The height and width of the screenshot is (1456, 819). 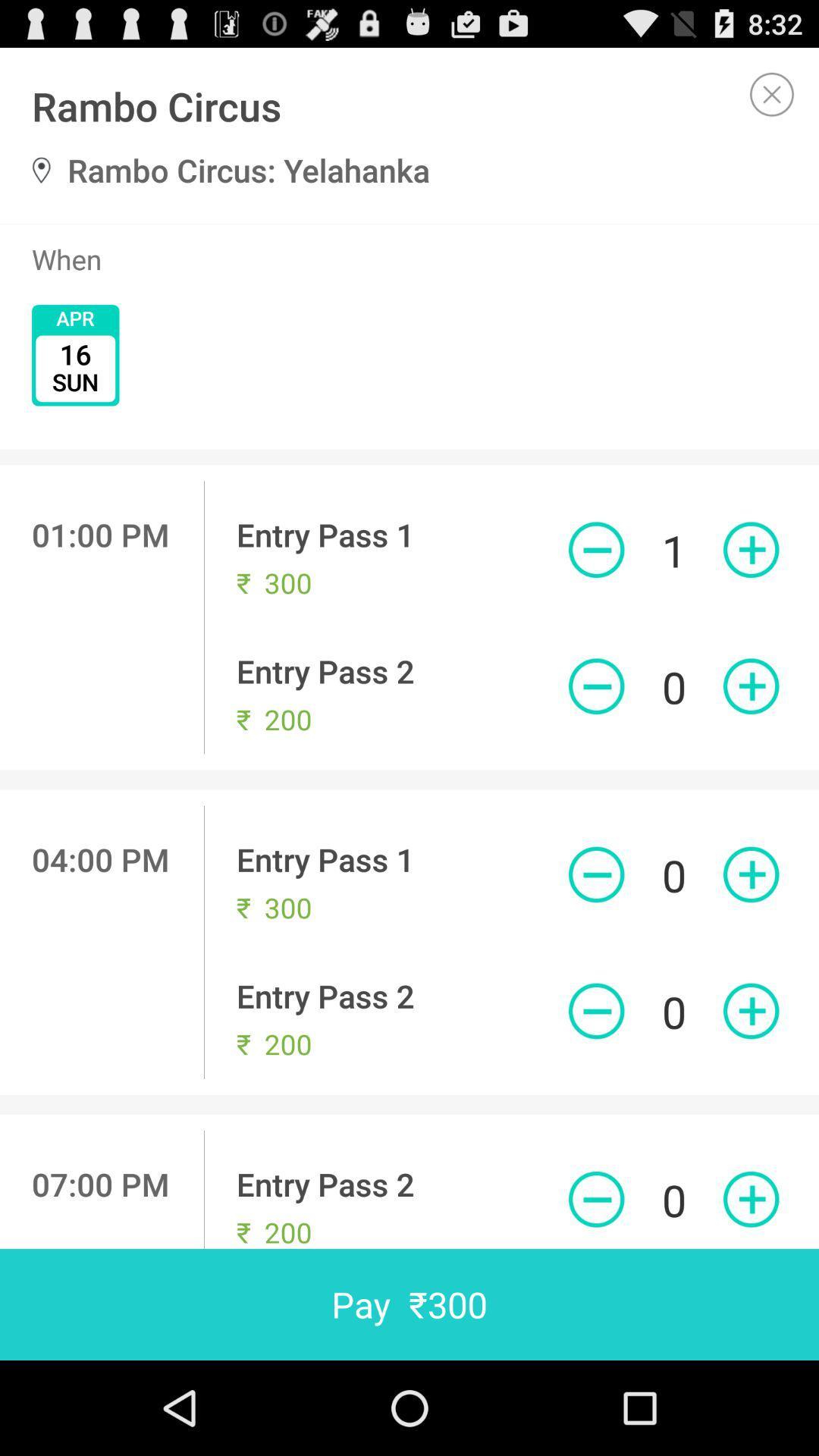 What do you see at coordinates (595, 1011) in the screenshot?
I see `decrease quantity` at bounding box center [595, 1011].